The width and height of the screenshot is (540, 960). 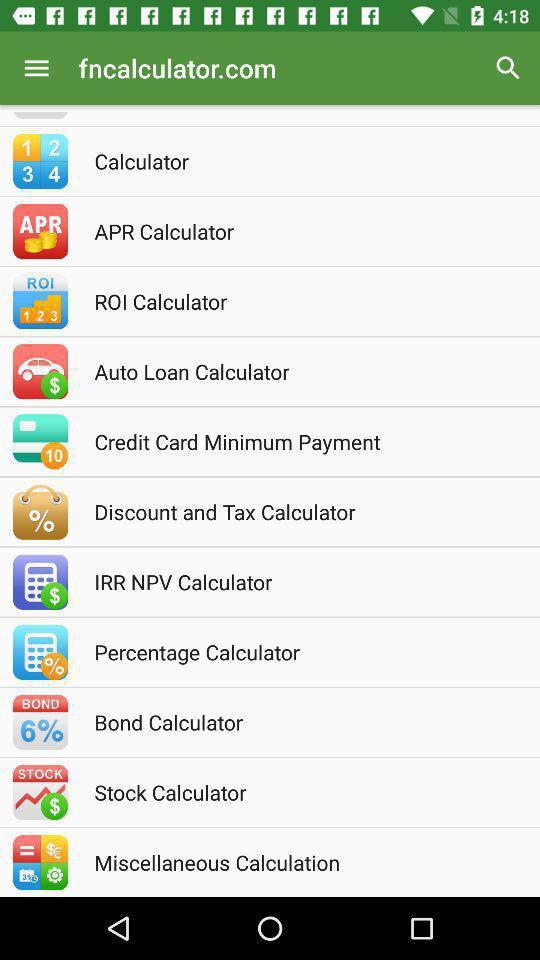 What do you see at coordinates (296, 301) in the screenshot?
I see `the roi calculator icon` at bounding box center [296, 301].